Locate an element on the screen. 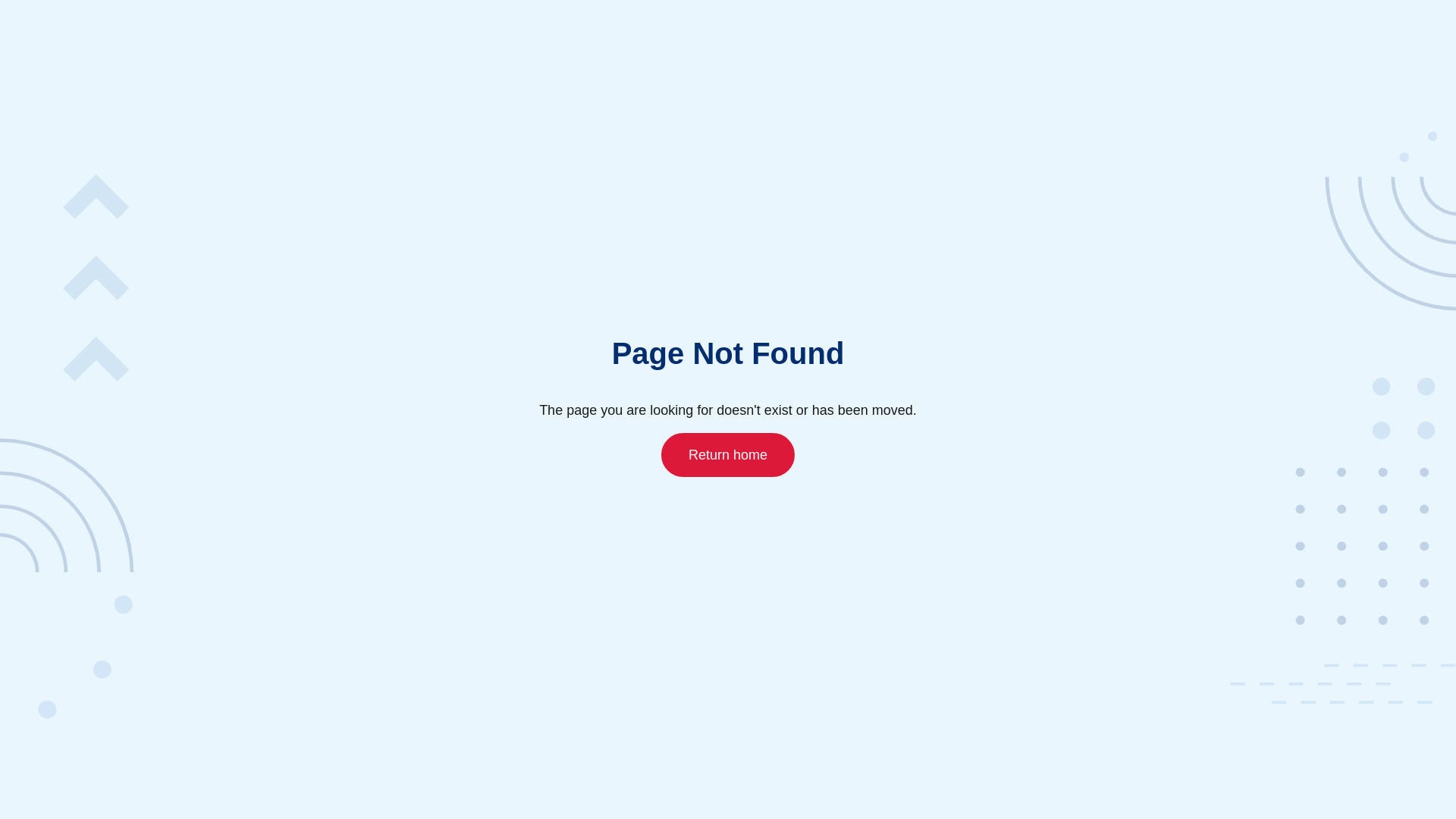 The height and width of the screenshot is (819, 1456). 'Return home' is located at coordinates (728, 453).